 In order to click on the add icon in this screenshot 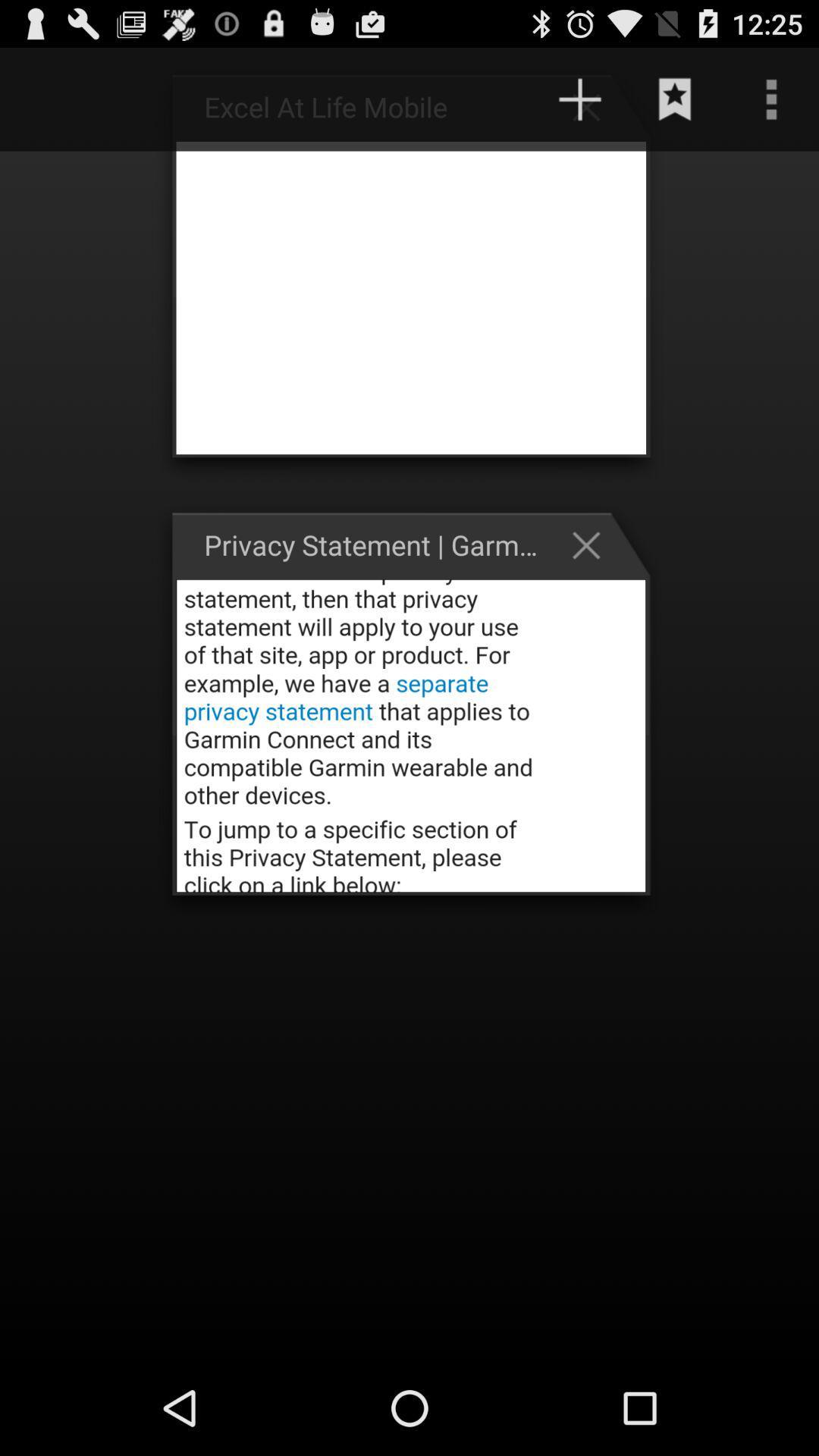, I will do `click(579, 105)`.